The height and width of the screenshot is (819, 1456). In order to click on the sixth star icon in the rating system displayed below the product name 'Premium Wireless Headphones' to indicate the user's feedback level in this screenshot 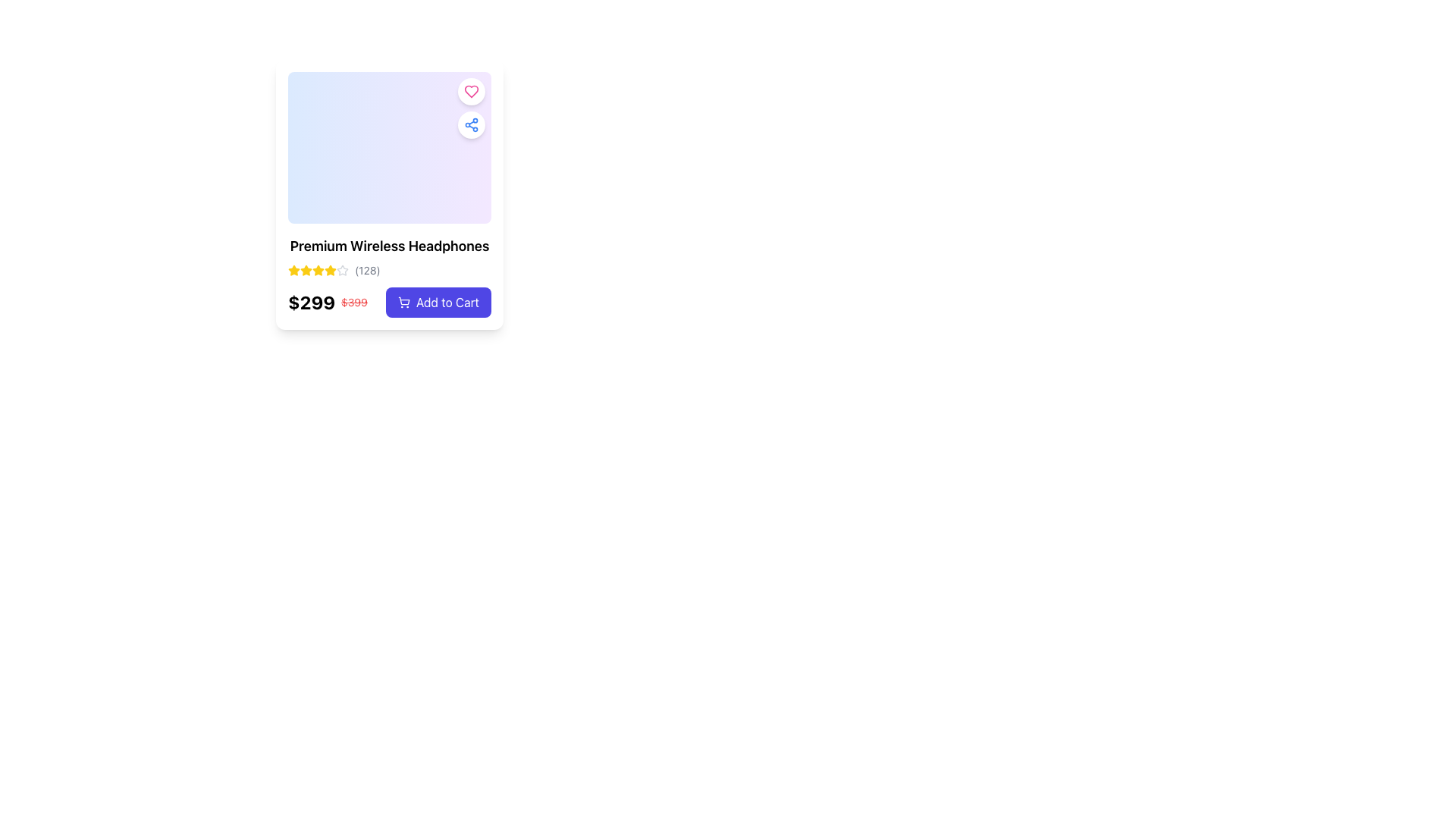, I will do `click(330, 270)`.